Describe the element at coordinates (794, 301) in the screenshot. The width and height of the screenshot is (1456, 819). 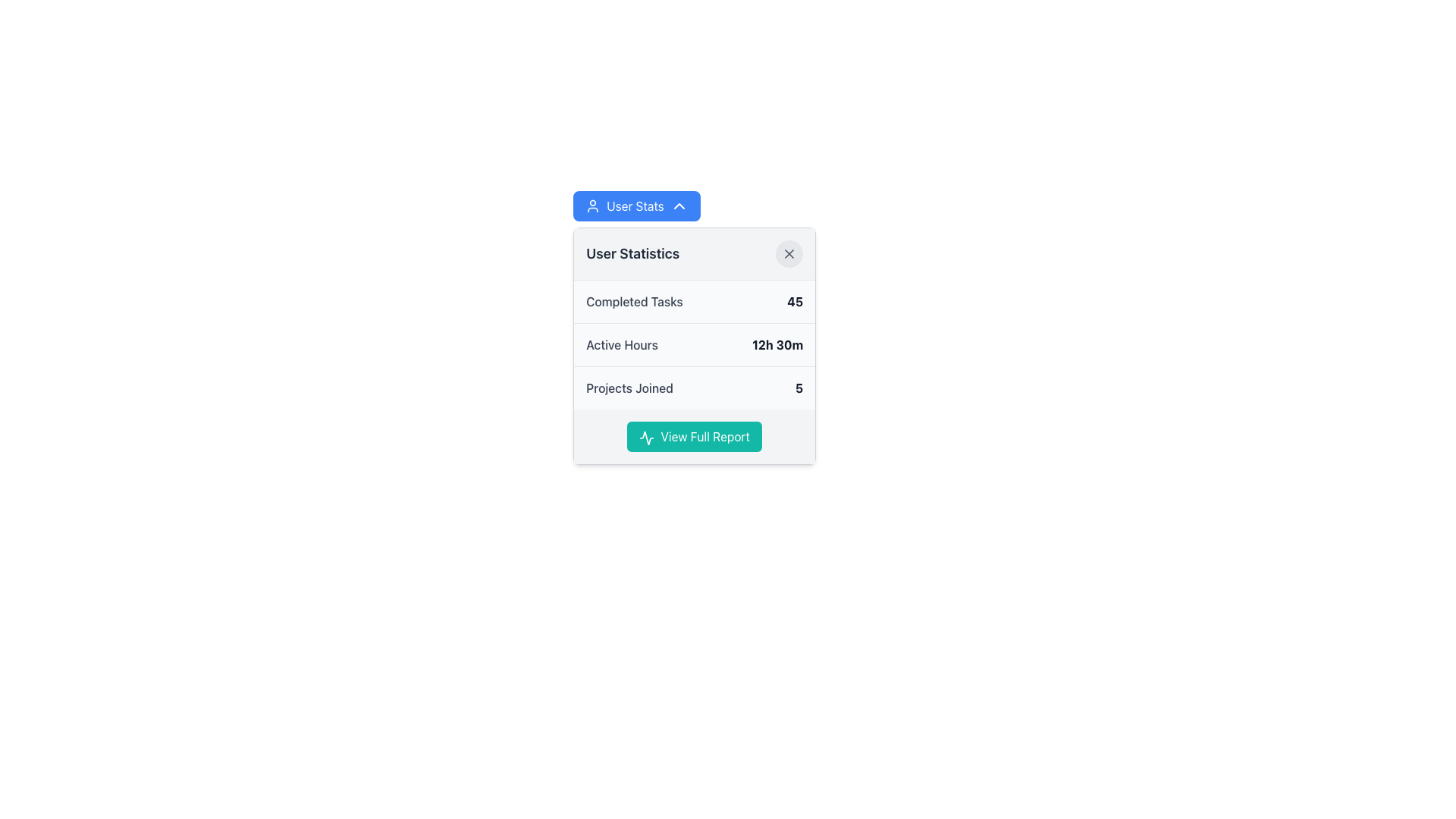
I see `the static text label displaying the number '45' in bold, dark gray text, which is located within the 'User Statistics' card adjacent to the label 'Completed Tasks'` at that location.